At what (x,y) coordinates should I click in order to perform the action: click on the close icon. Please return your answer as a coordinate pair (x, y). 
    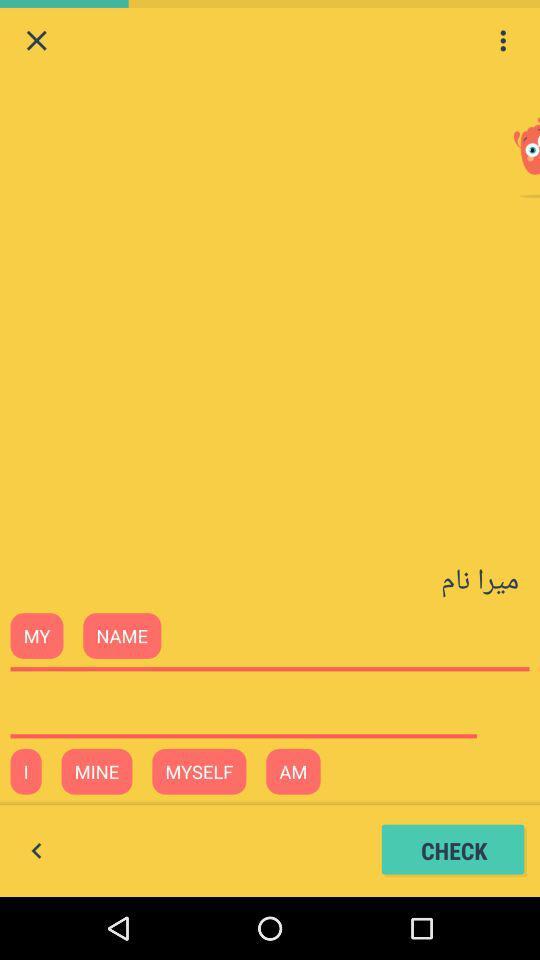
    Looking at the image, I should click on (36, 42).